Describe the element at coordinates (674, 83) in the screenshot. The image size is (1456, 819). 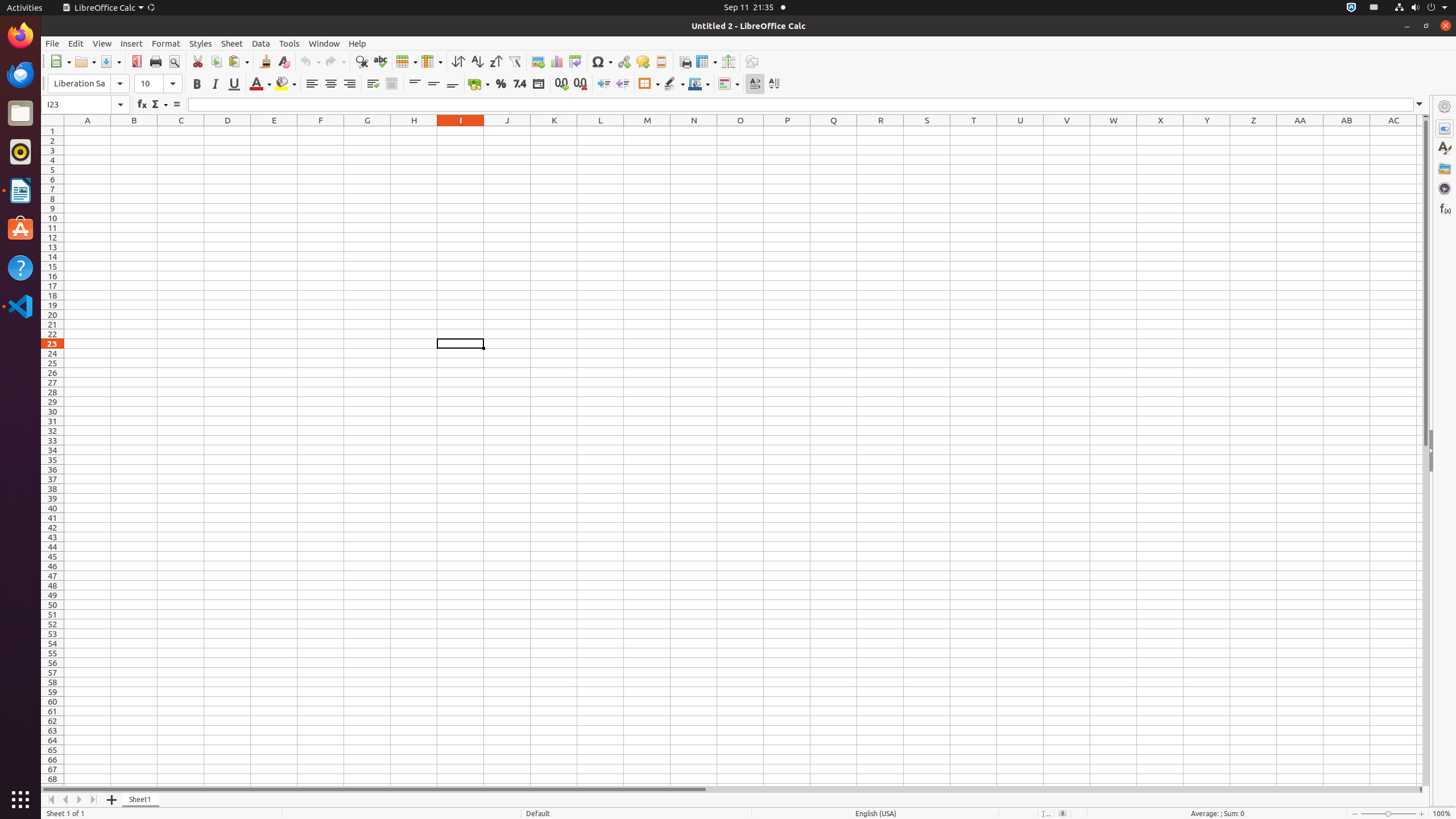
I see `'Border Style'` at that location.